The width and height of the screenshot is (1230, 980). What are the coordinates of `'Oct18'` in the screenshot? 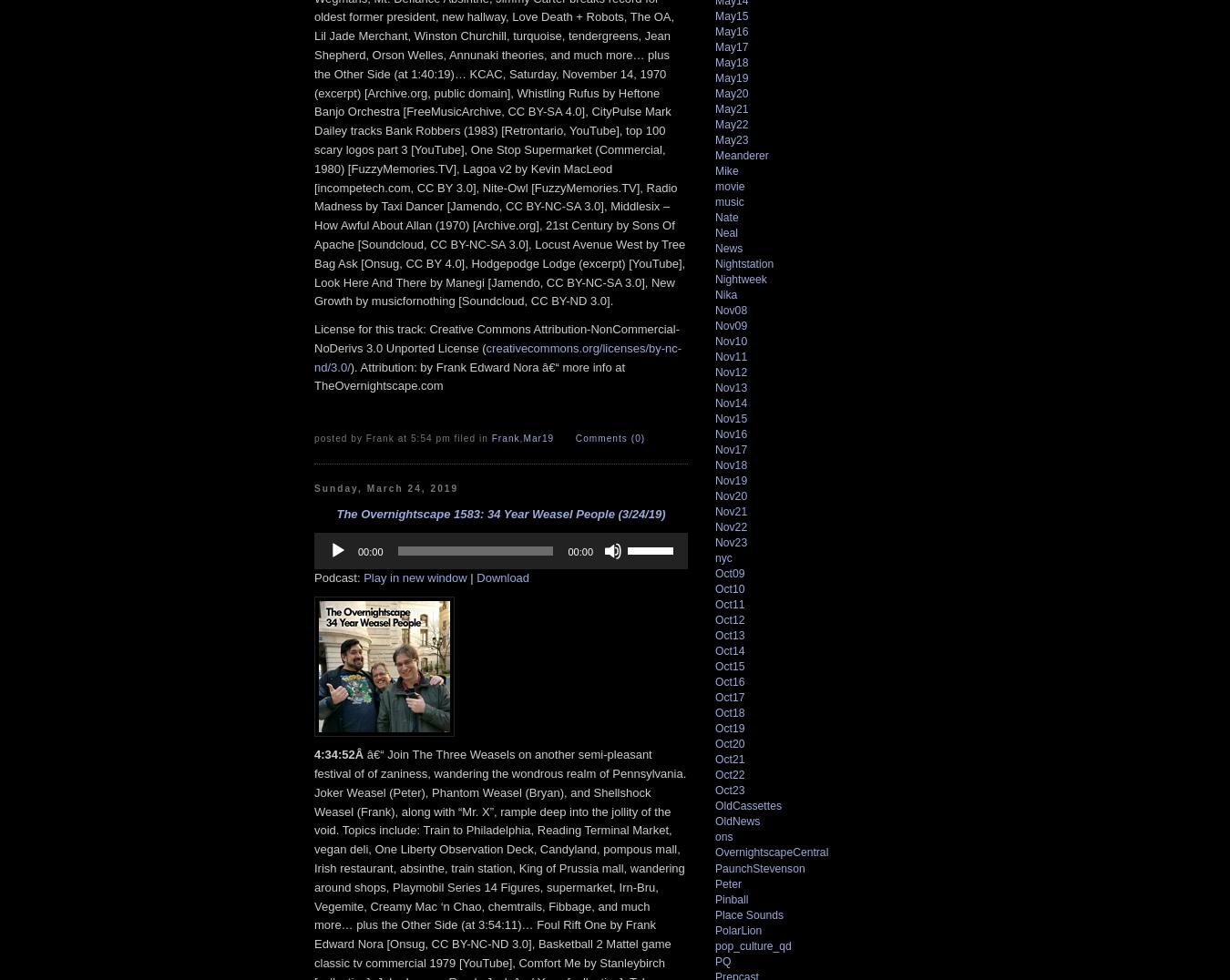 It's located at (714, 713).